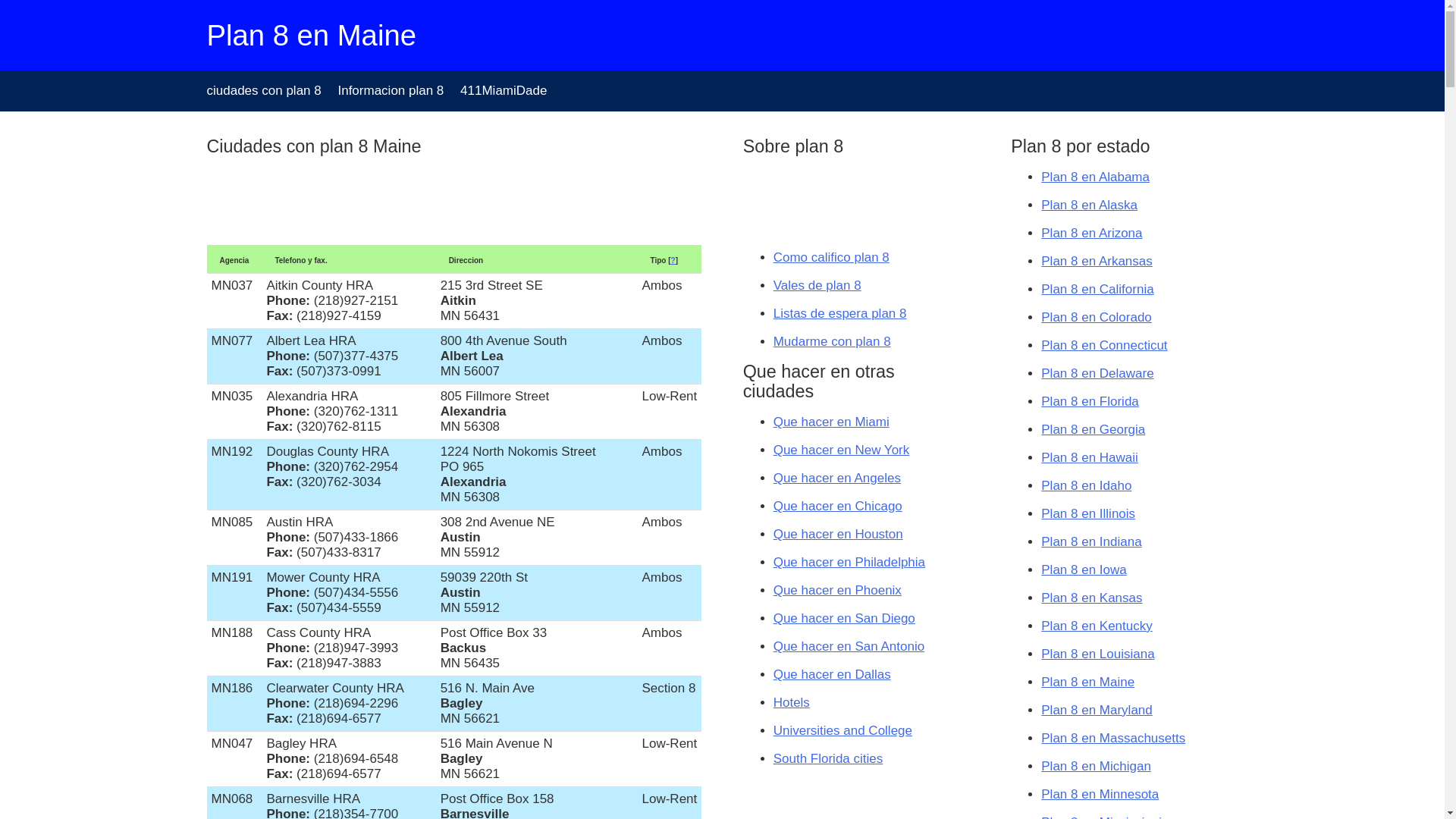 The image size is (1456, 819). I want to click on 'Que hacer en Phoenix', so click(836, 589).